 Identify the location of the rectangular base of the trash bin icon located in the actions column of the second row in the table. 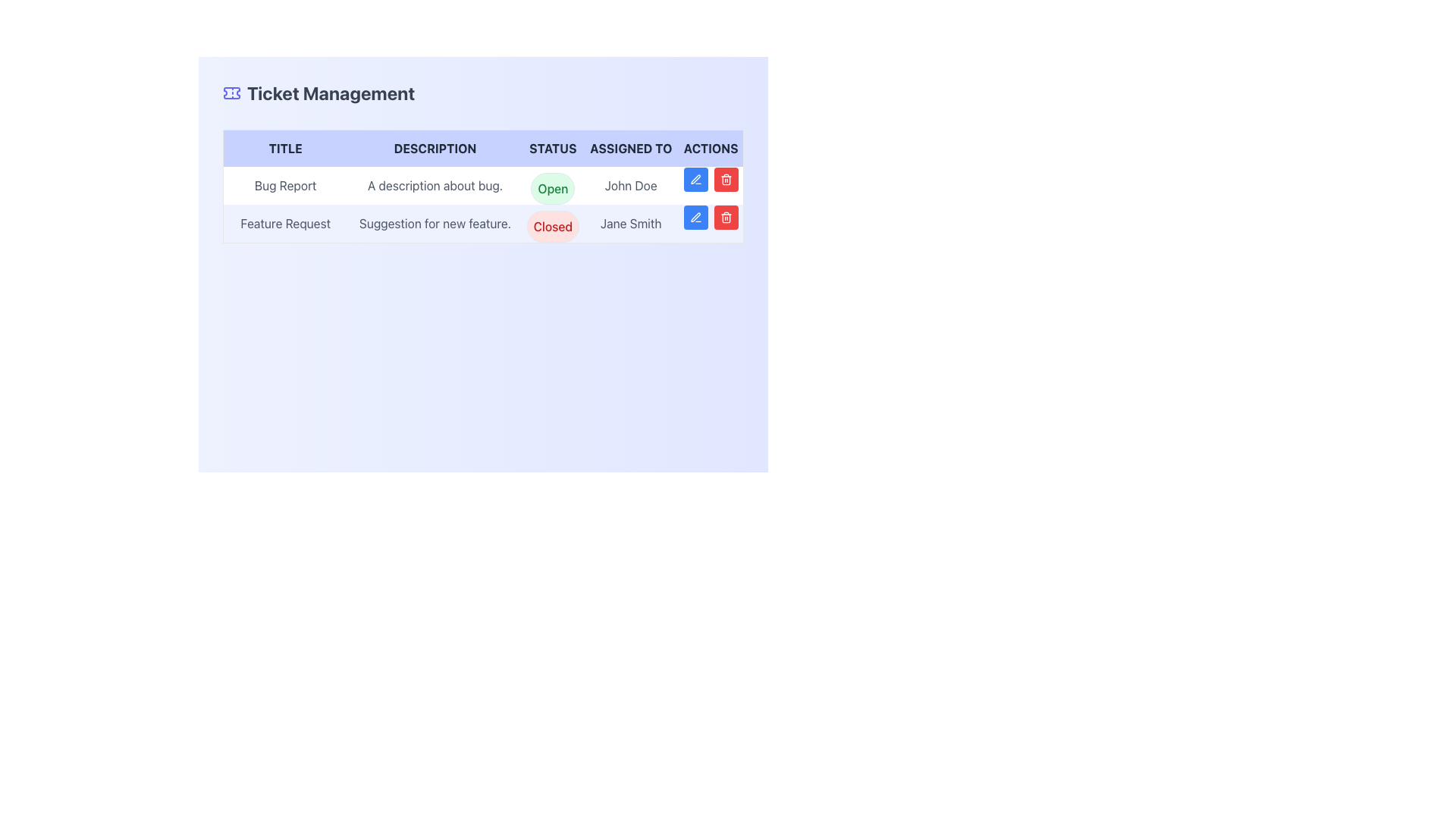
(725, 180).